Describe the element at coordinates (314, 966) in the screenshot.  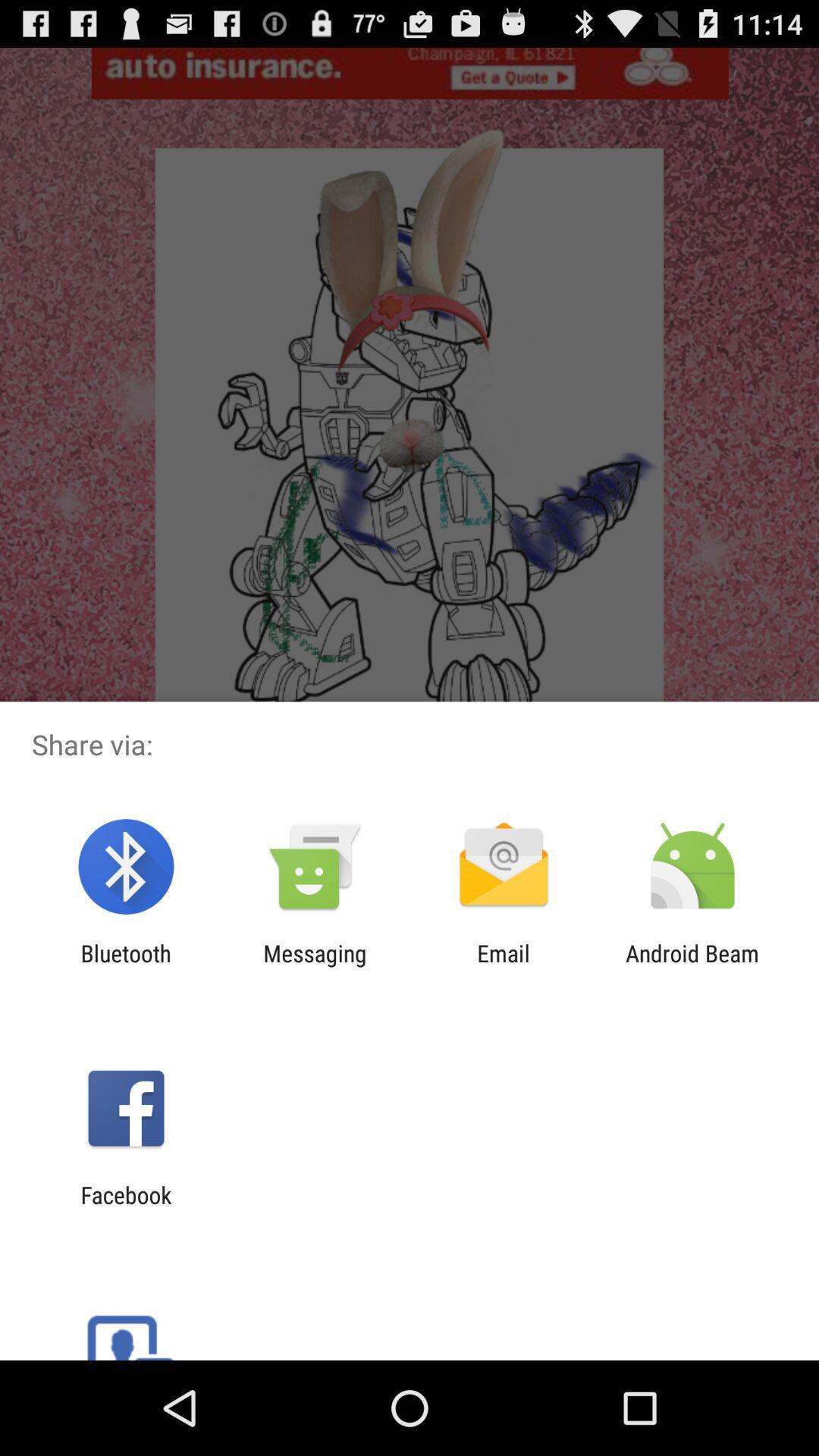
I see `item to the left of the email app` at that location.